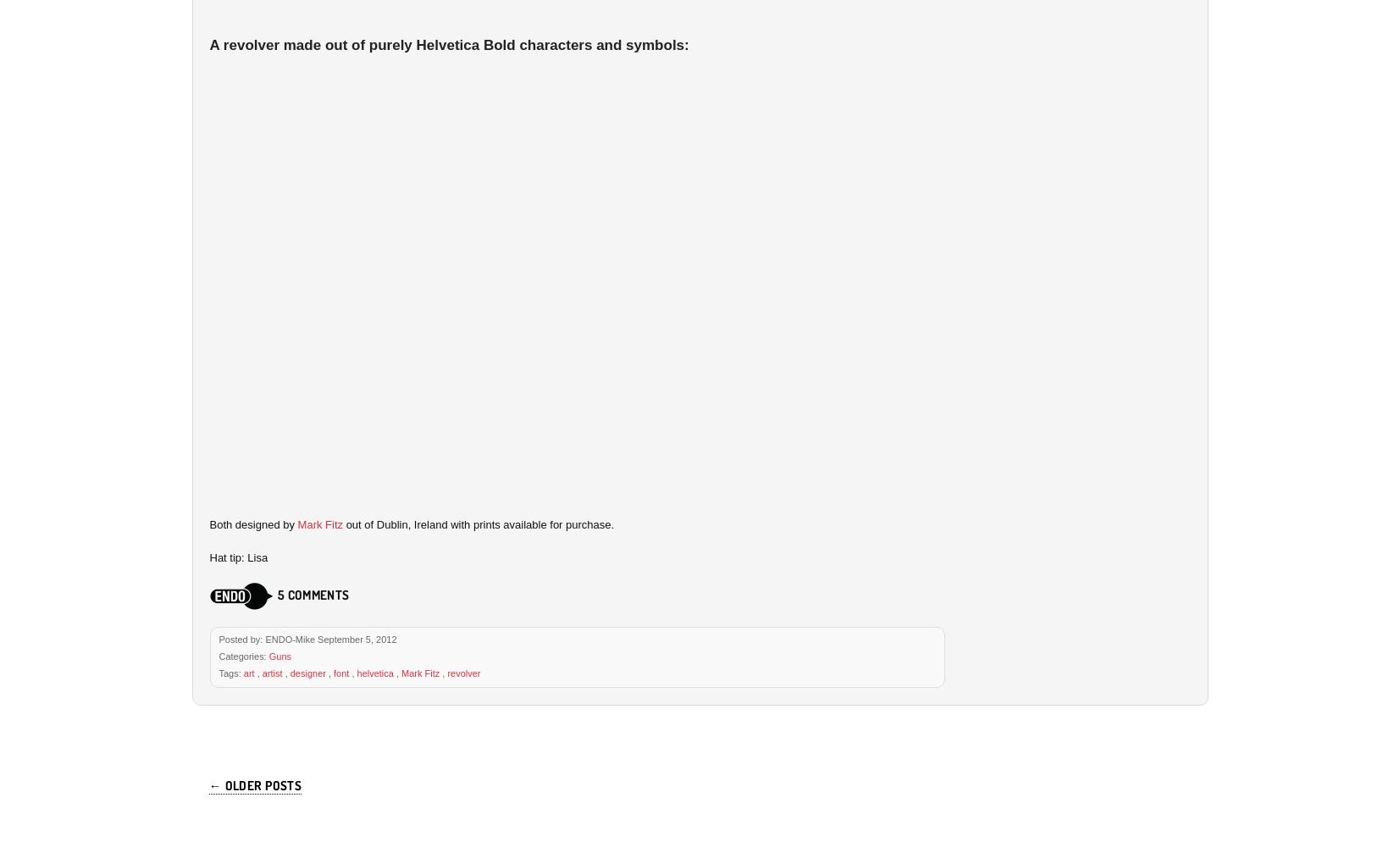 The height and width of the screenshot is (864, 1400). What do you see at coordinates (268, 654) in the screenshot?
I see `'Guns'` at bounding box center [268, 654].